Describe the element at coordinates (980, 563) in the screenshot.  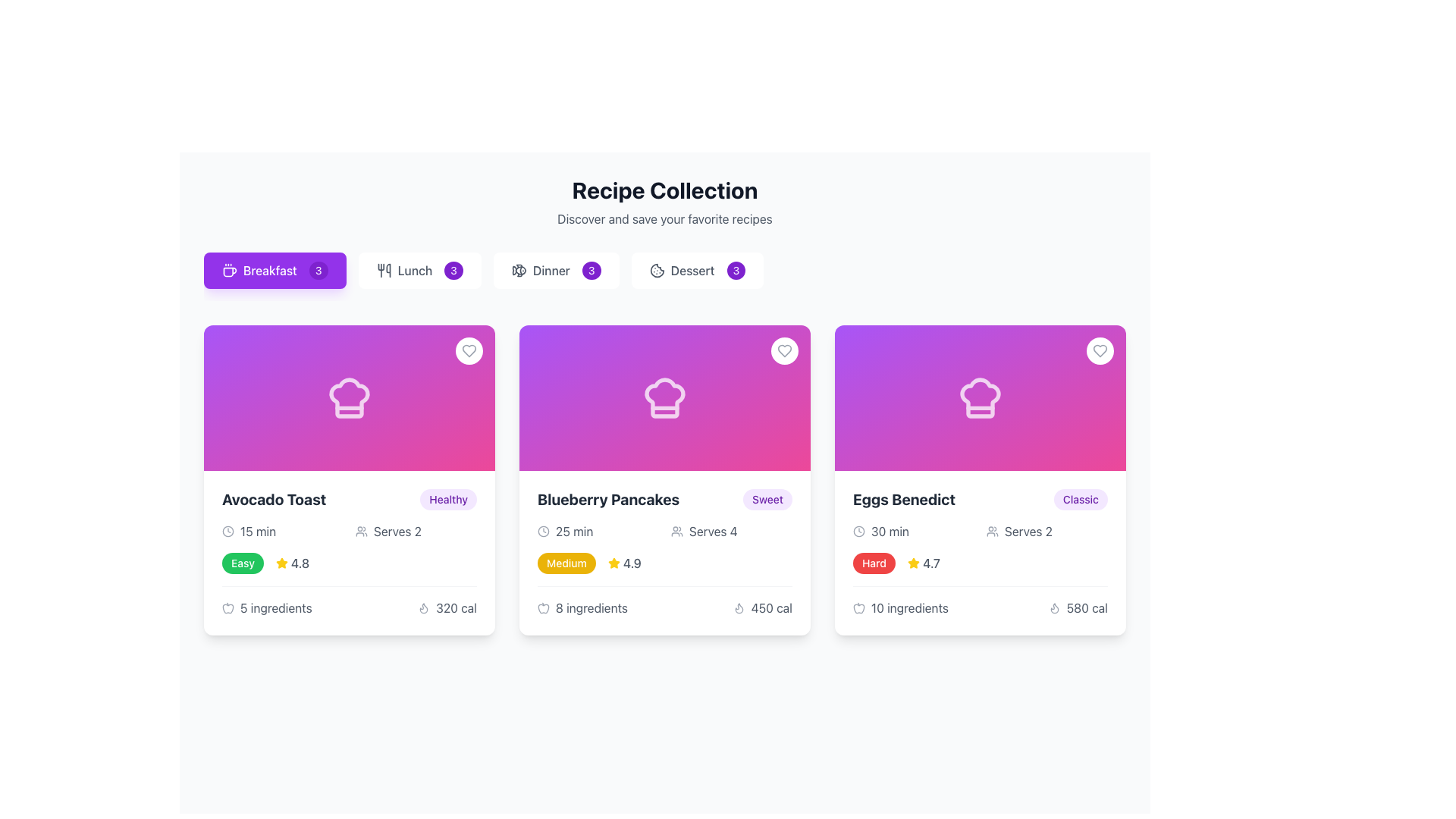
I see `the Composite element displaying the difficulty level 'Hard' and user rating '4.7' for the Eggs Benedict recipe, which is located in the 'Eggs Benedict' card` at that location.